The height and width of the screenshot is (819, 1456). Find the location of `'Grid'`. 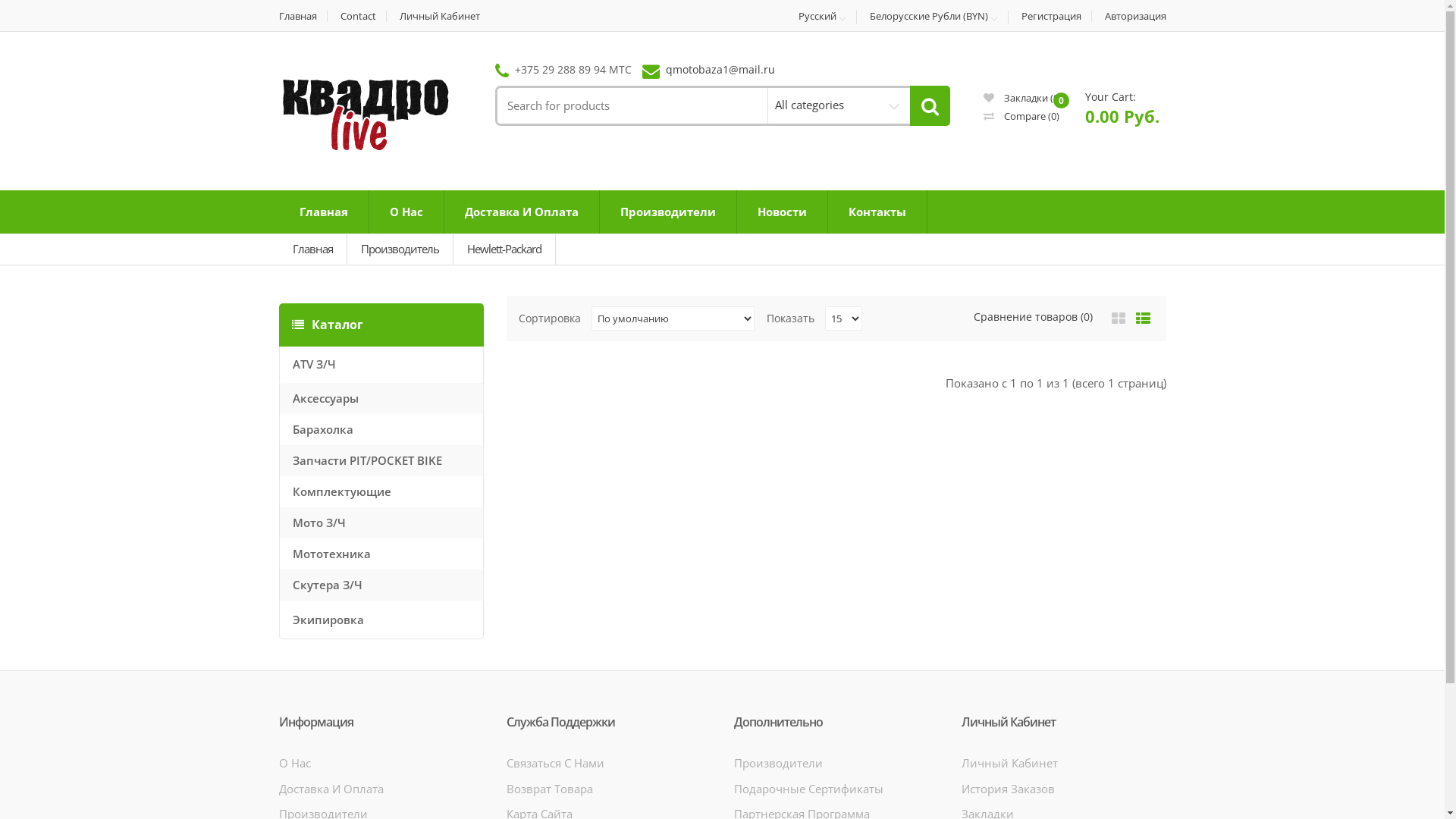

'Grid' is located at coordinates (1117, 318).